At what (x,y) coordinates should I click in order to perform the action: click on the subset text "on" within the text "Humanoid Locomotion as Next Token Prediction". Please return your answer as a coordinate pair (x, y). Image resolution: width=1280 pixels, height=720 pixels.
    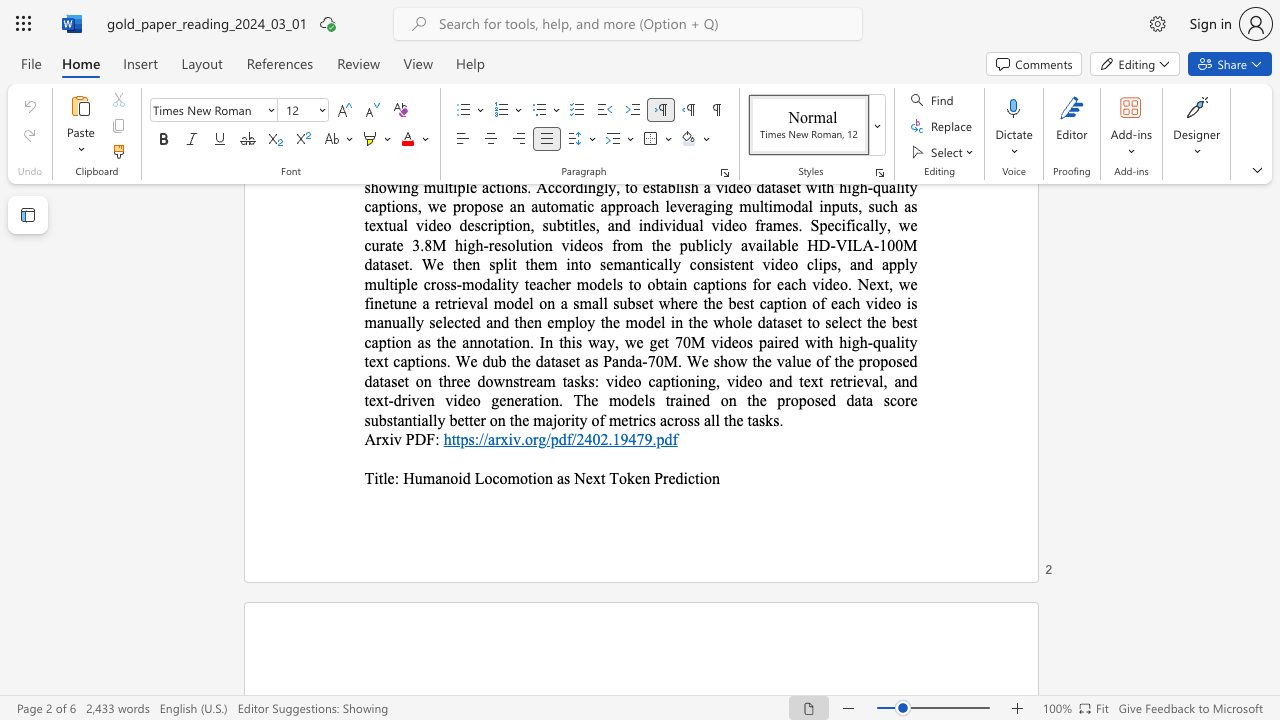
    Looking at the image, I should click on (704, 478).